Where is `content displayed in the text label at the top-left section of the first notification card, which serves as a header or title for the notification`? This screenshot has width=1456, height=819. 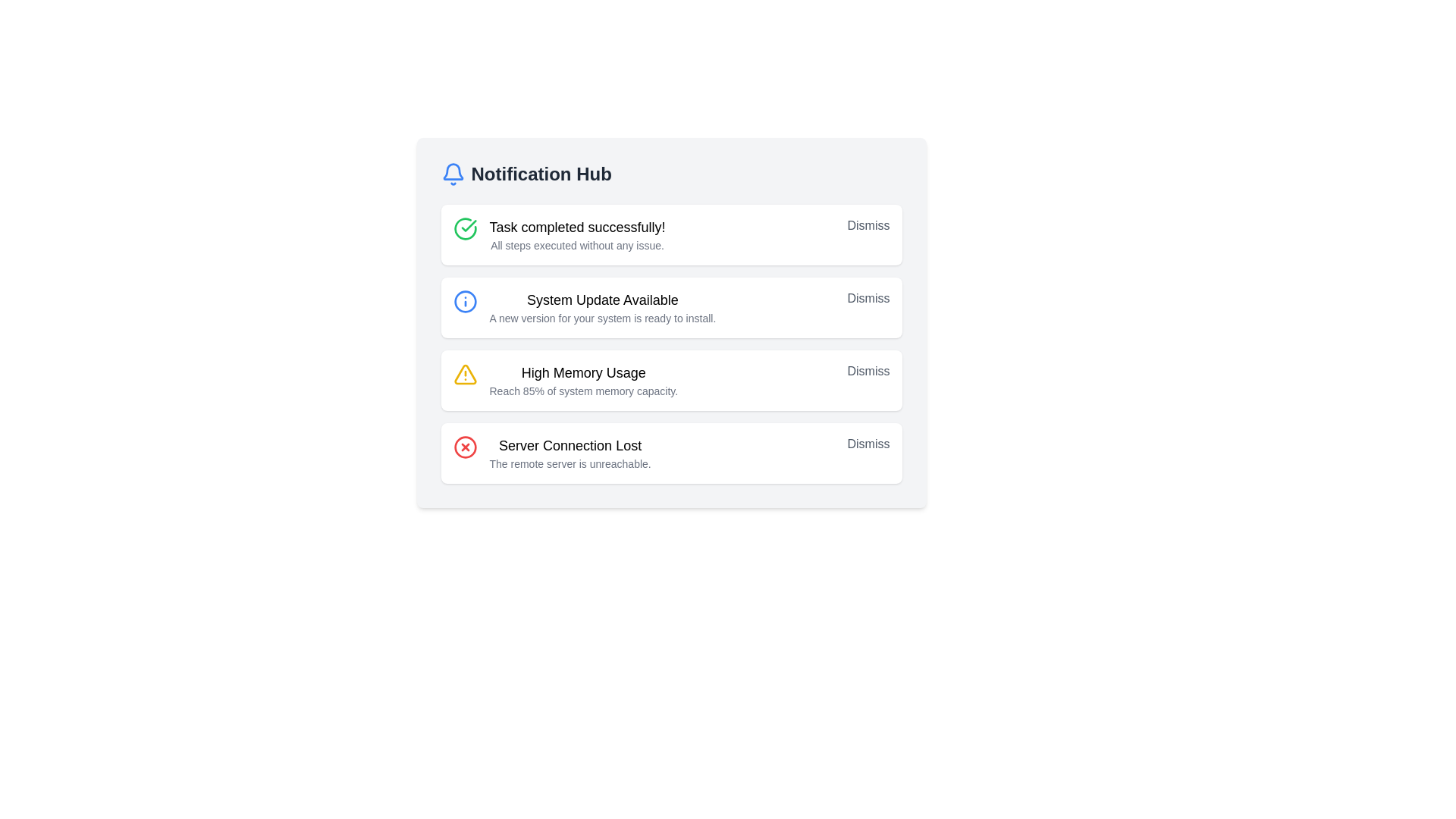
content displayed in the text label at the top-left section of the first notification card, which serves as a header or title for the notification is located at coordinates (576, 227).